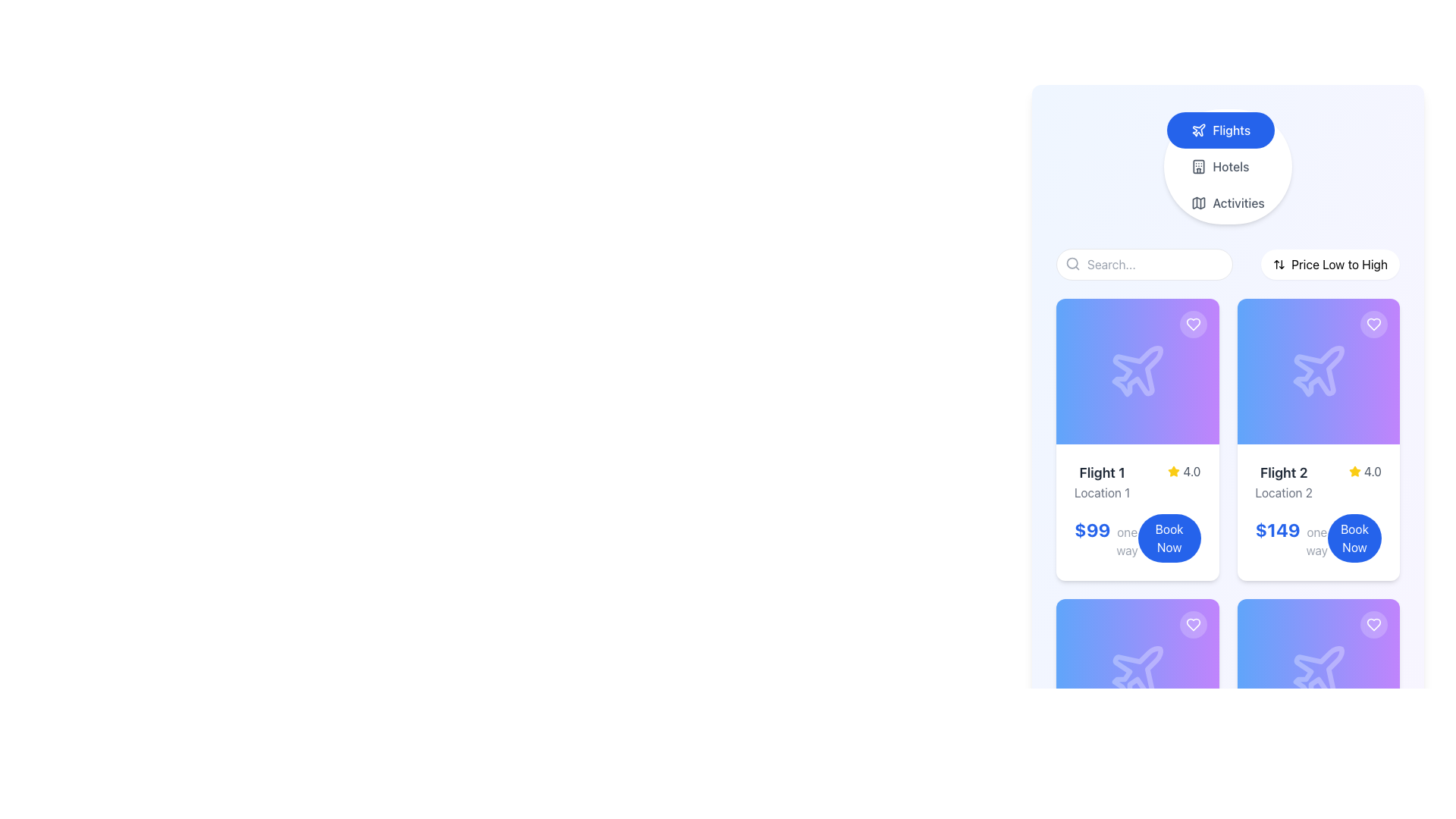  I want to click on the circular button with a white heart outline located in the top-right corner of the 'Flight 2' card, so click(1373, 324).